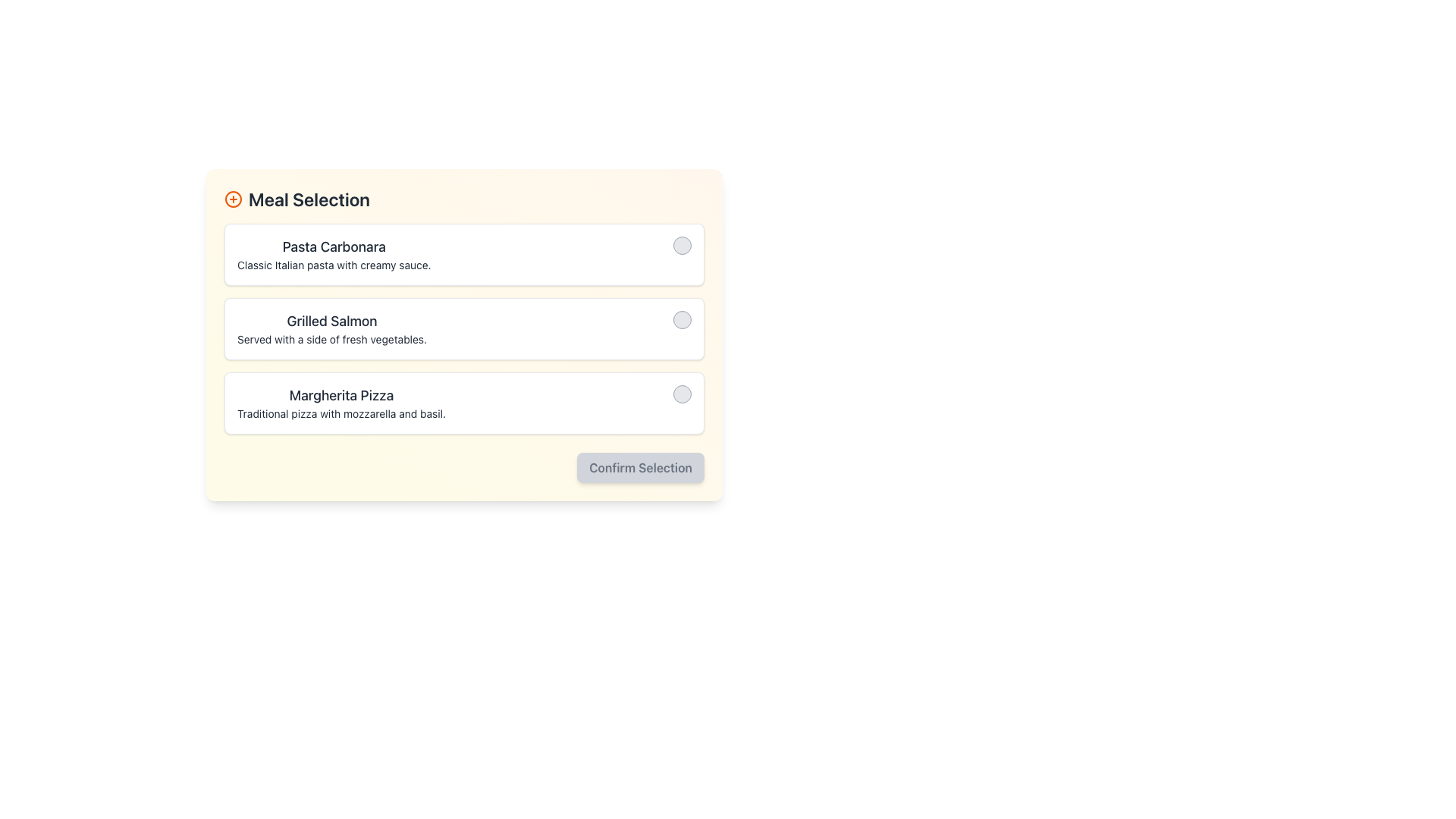  What do you see at coordinates (309, 198) in the screenshot?
I see `the 'Meal Selection' text element which displays in bold, large font in dark gray, located at the top-left corner of the meal selection interface` at bounding box center [309, 198].